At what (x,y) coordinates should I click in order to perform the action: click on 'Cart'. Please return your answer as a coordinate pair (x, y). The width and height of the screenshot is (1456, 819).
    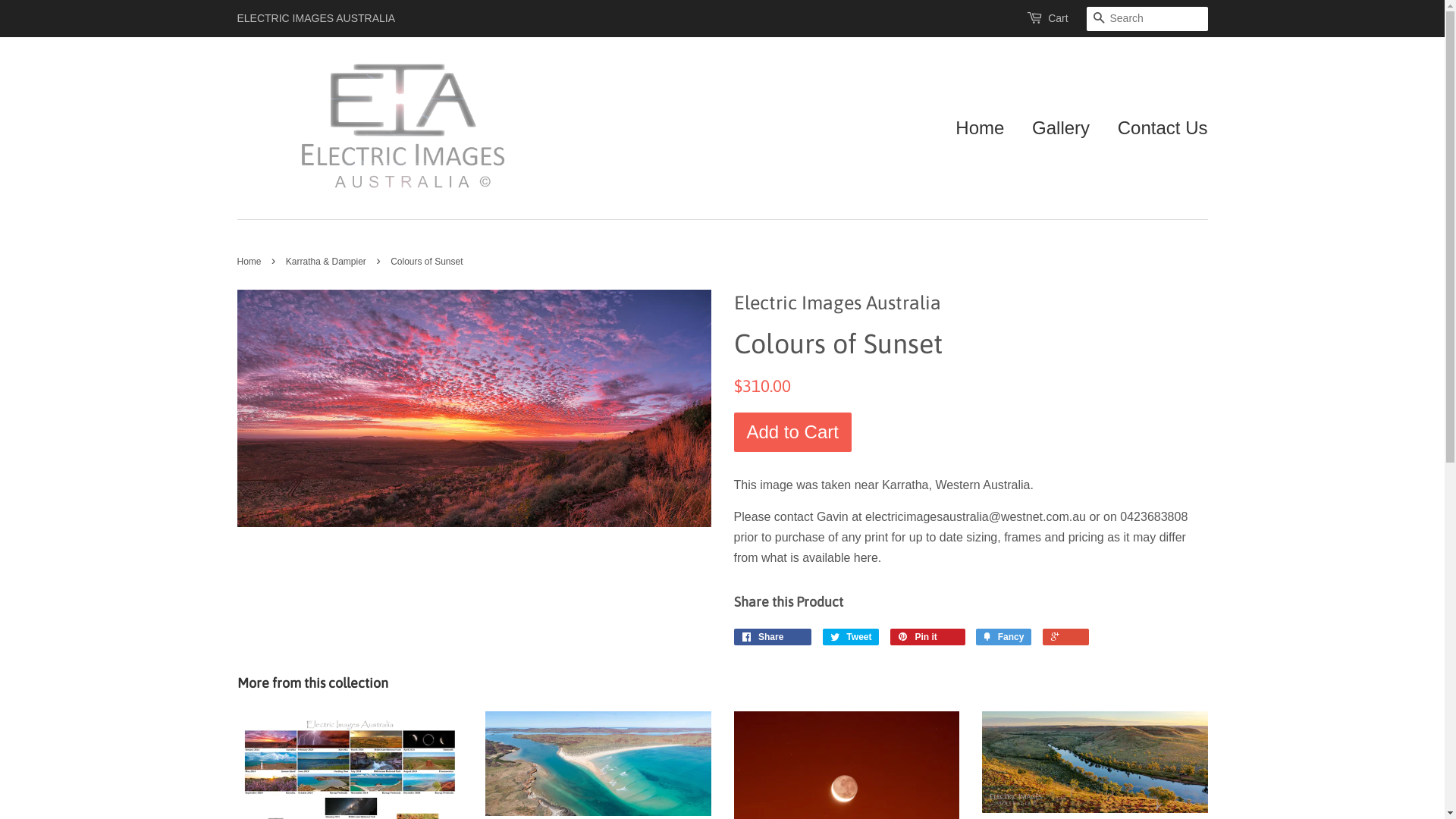
    Looking at the image, I should click on (1057, 18).